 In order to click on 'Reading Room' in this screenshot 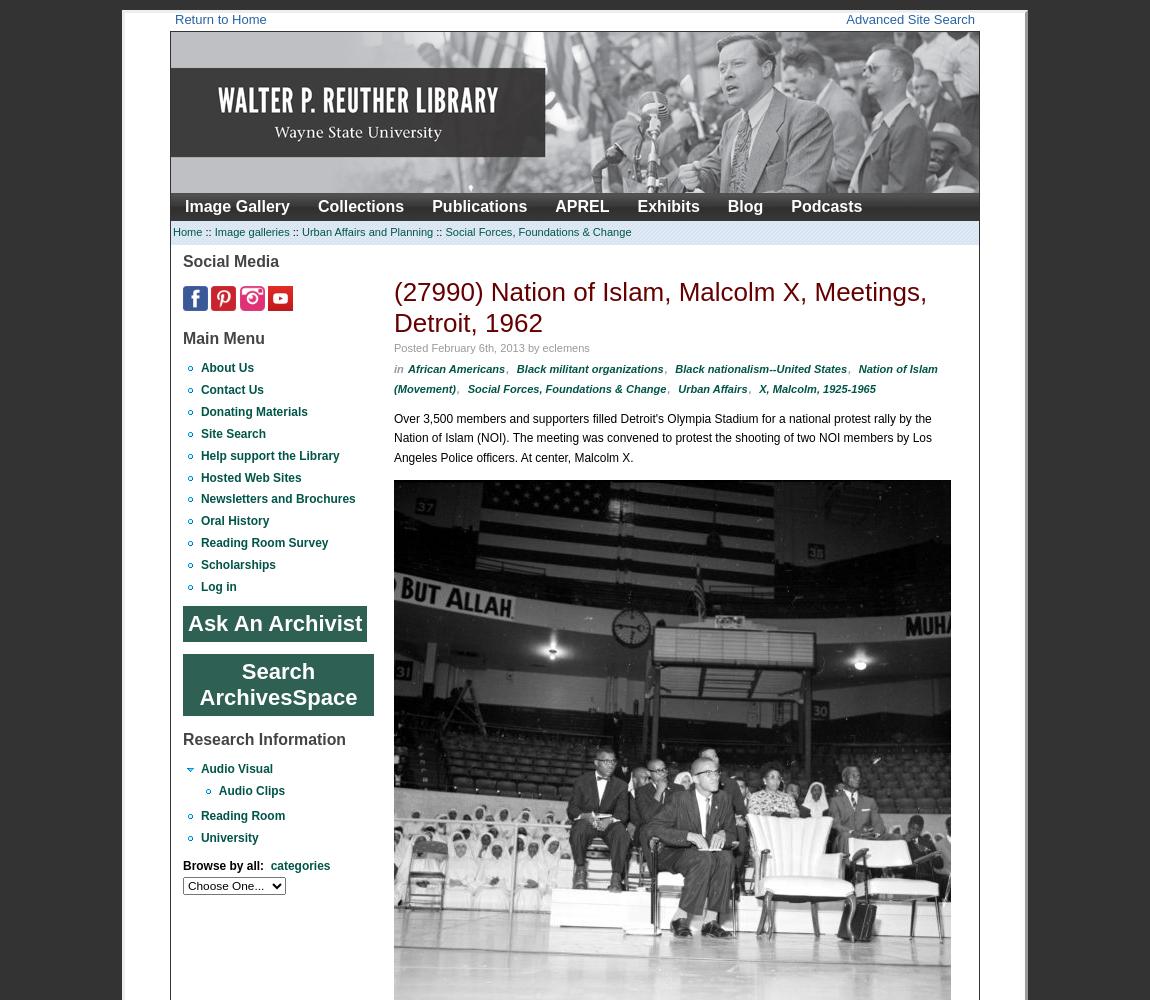, I will do `click(241, 814)`.